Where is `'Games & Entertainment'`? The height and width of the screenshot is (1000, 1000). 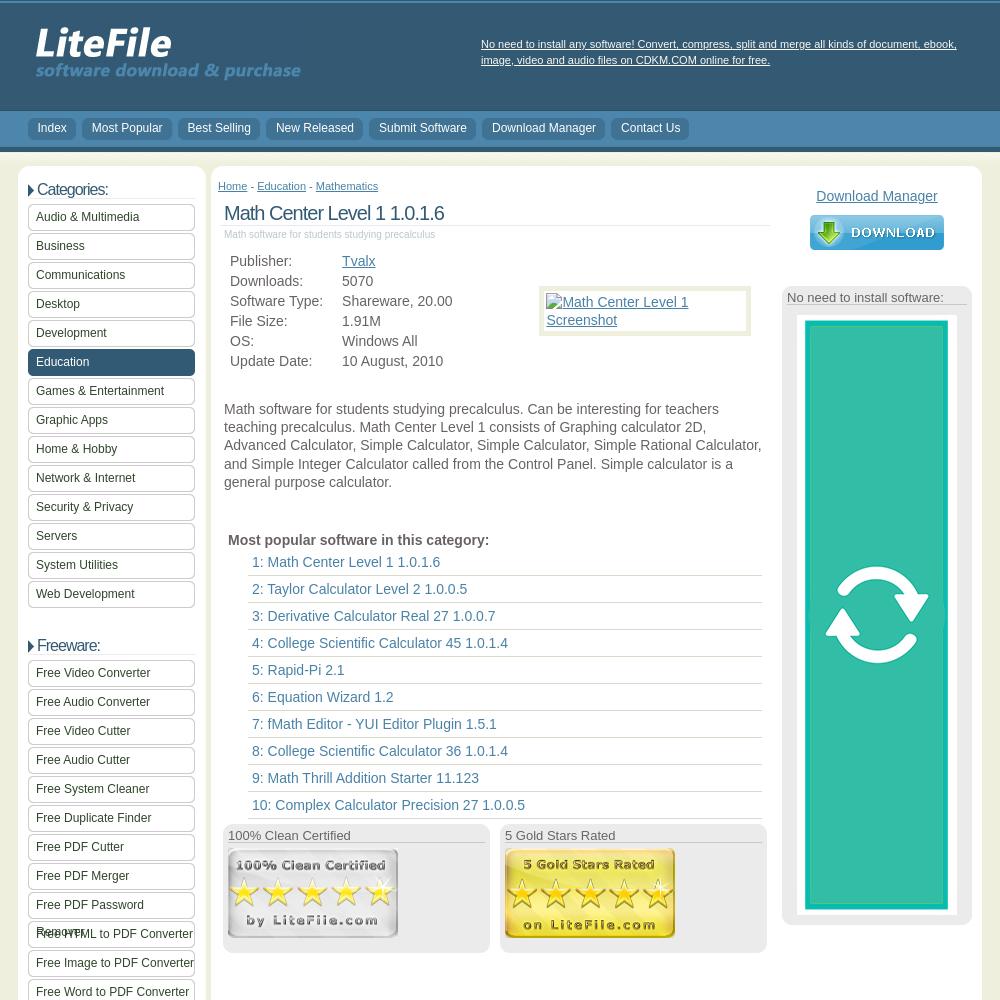
'Games & Entertainment' is located at coordinates (99, 391).